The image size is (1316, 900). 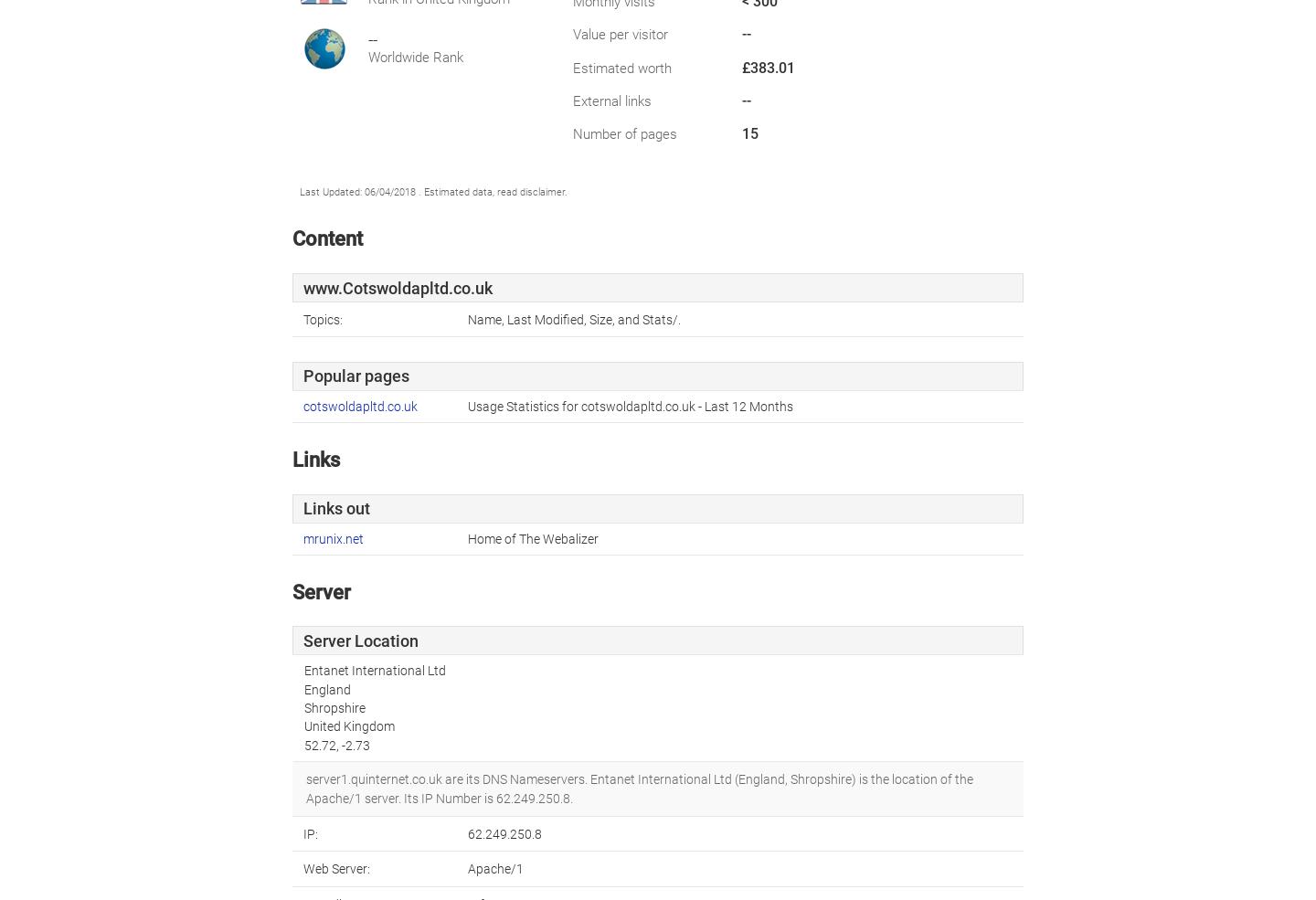 I want to click on 'Name, Last Modified, Size, and Stats/.', so click(x=573, y=318).